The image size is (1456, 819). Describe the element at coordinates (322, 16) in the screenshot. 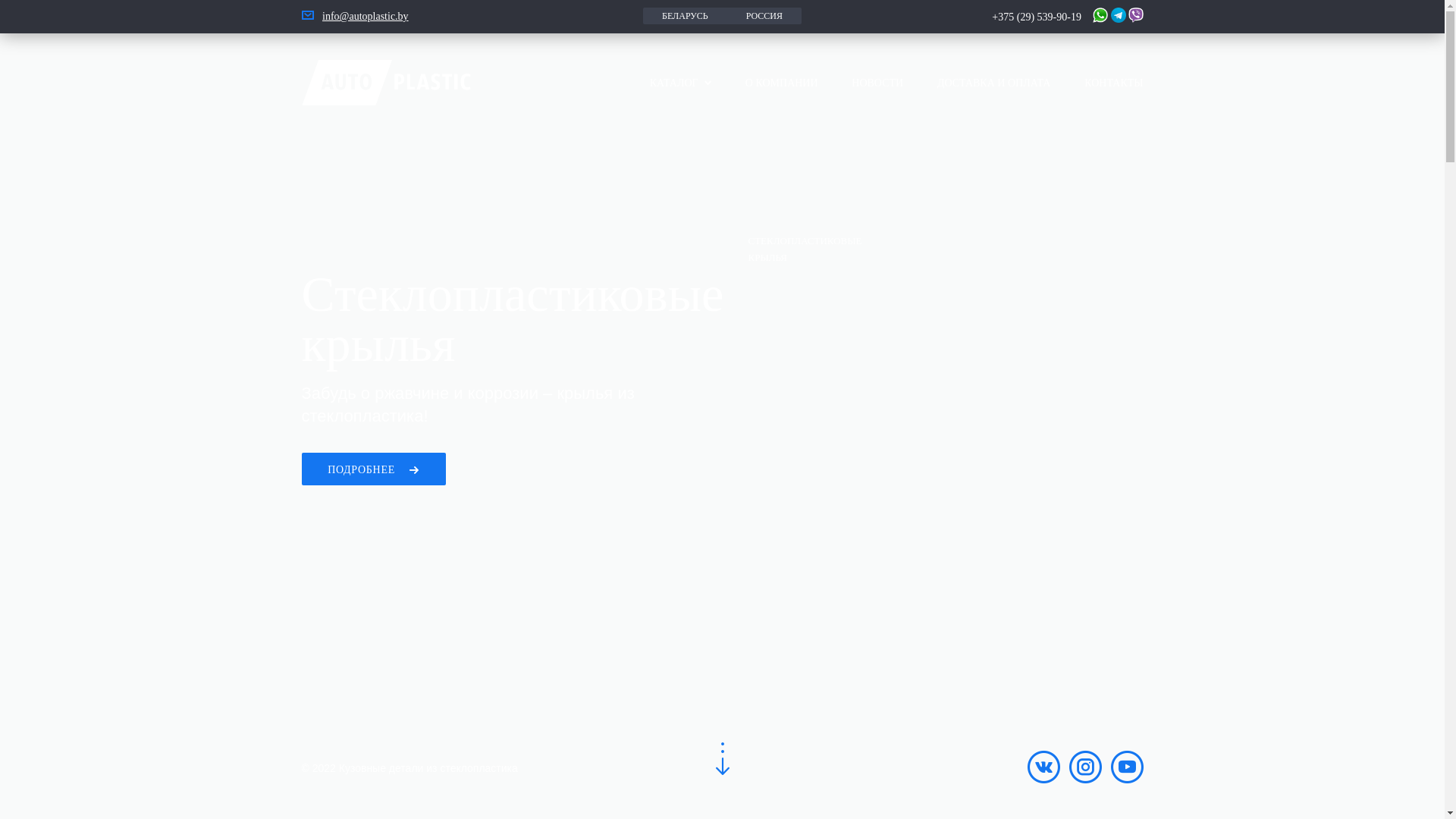

I see `'info@autoplastic.by'` at that location.